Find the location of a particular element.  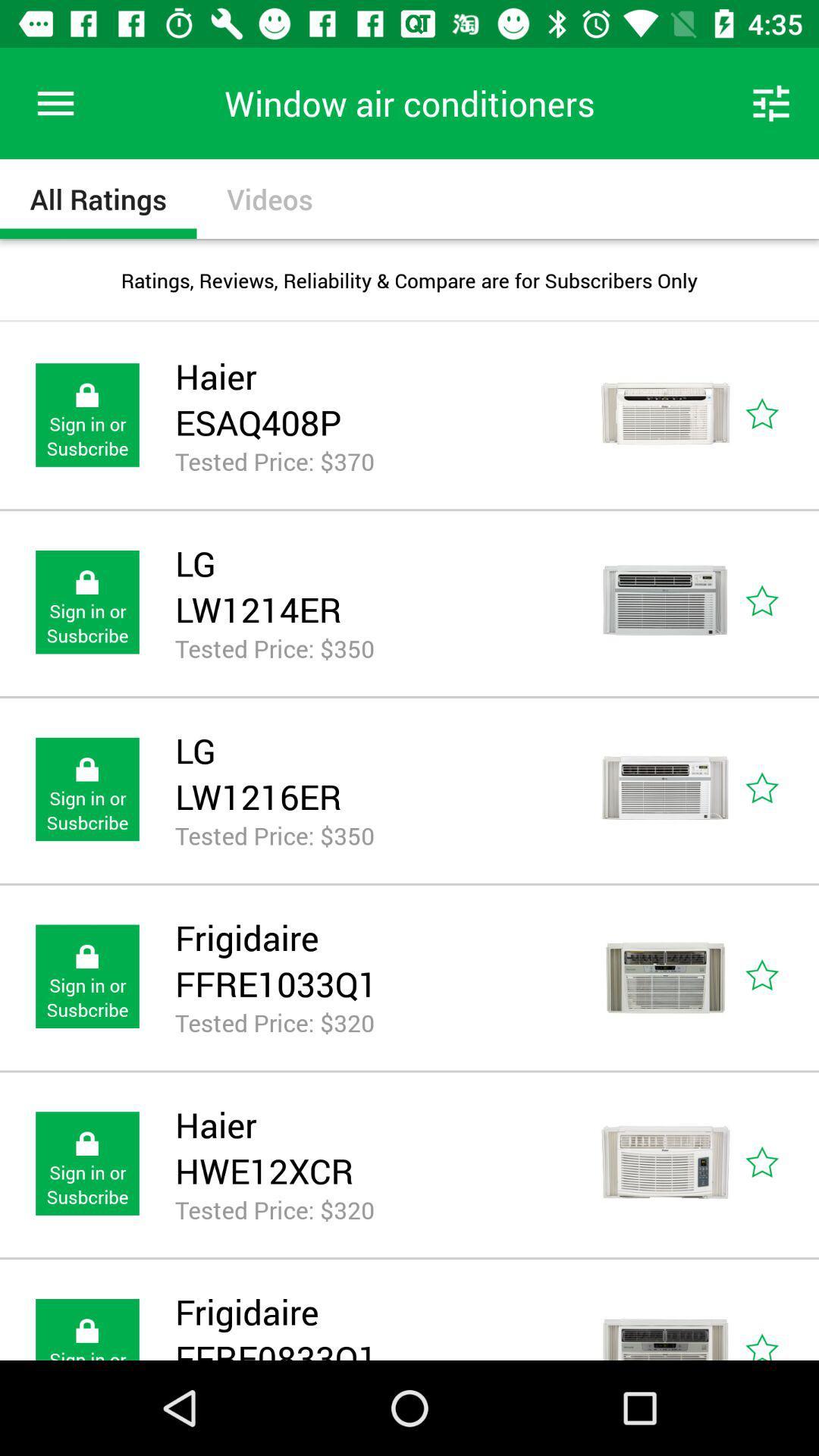

icon is located at coordinates (779, 415).